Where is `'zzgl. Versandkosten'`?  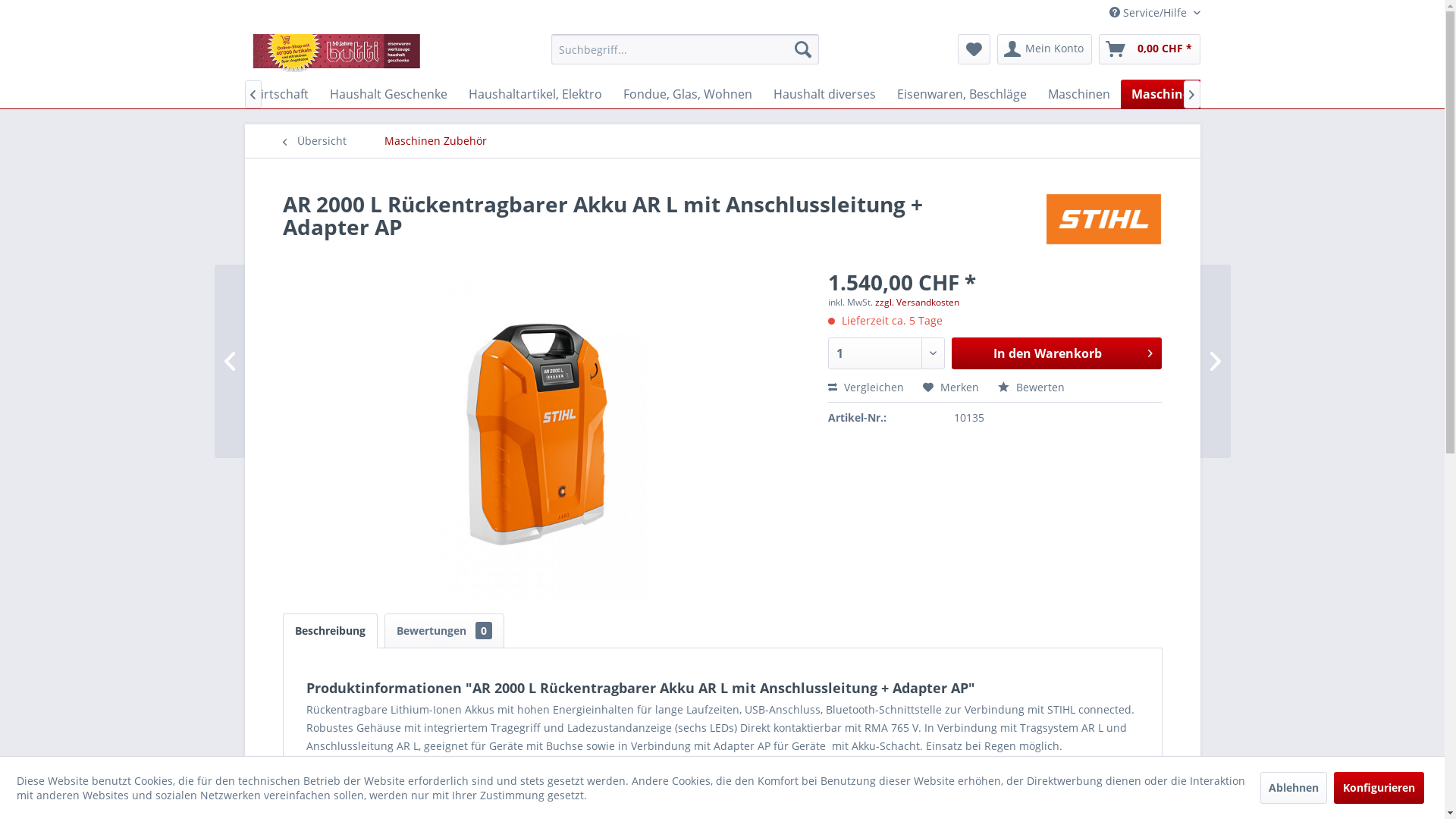 'zzgl. Versandkosten' is located at coordinates (916, 302).